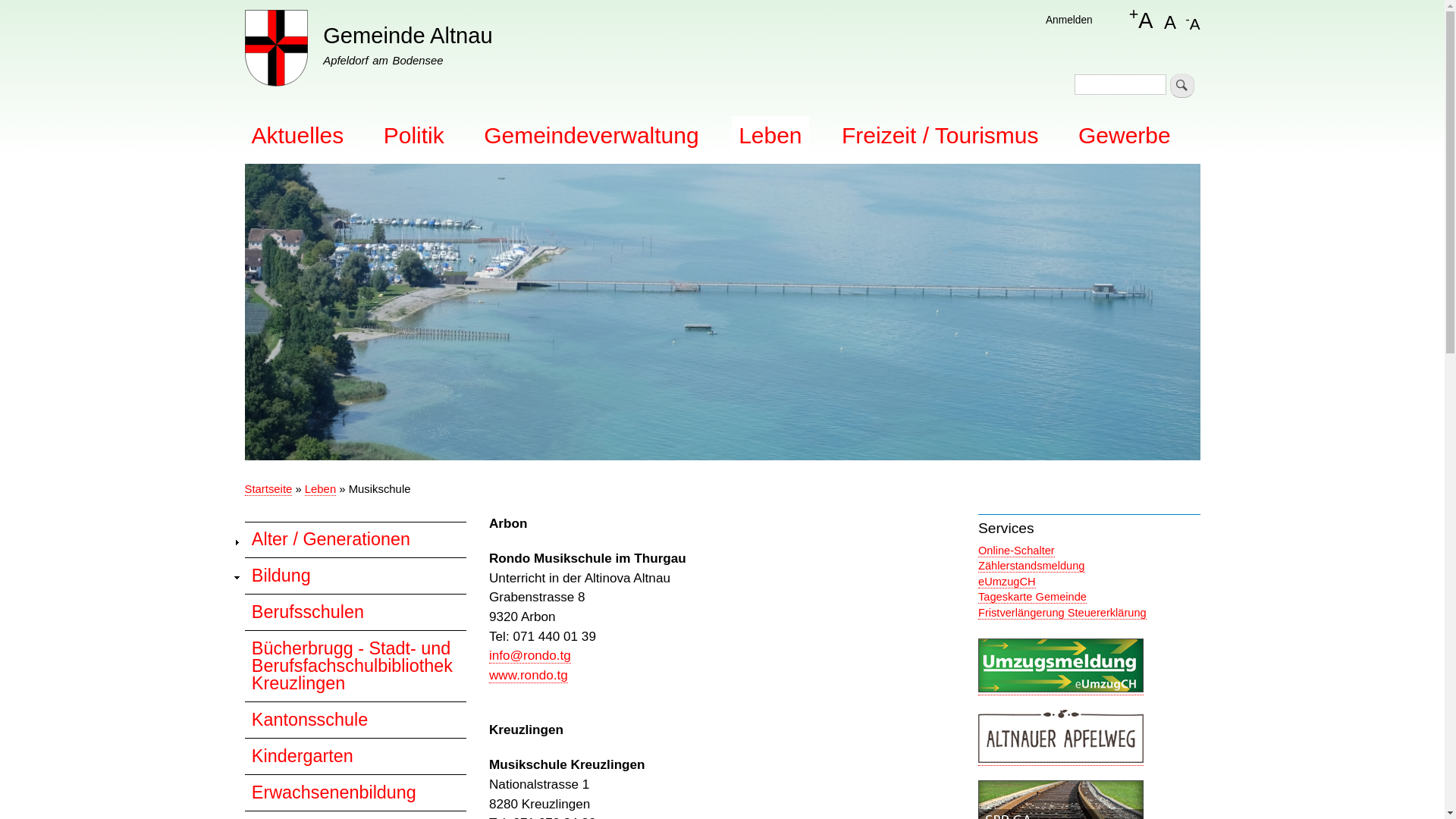 The height and width of the screenshot is (819, 1456). What do you see at coordinates (939, 134) in the screenshot?
I see `'Freizeit / Tourismus'` at bounding box center [939, 134].